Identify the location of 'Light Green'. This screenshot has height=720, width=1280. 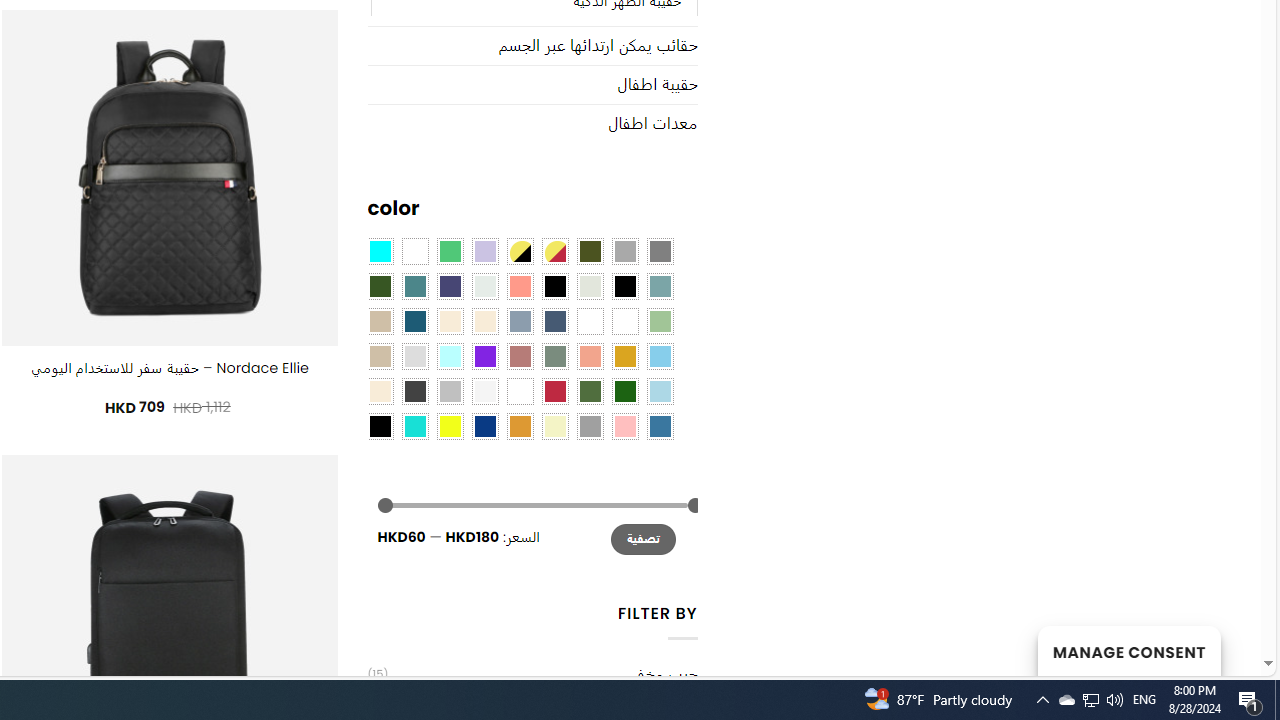
(659, 320).